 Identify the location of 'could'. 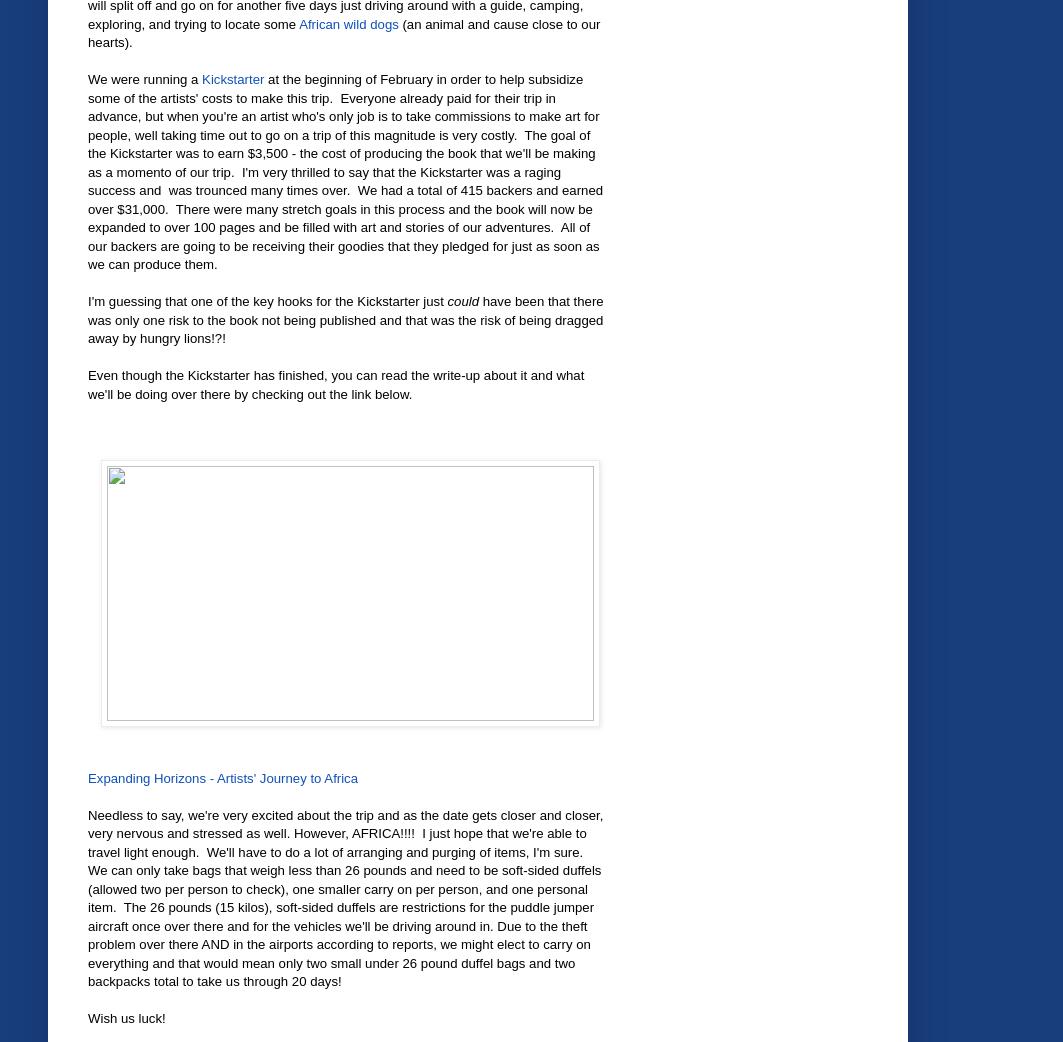
(463, 301).